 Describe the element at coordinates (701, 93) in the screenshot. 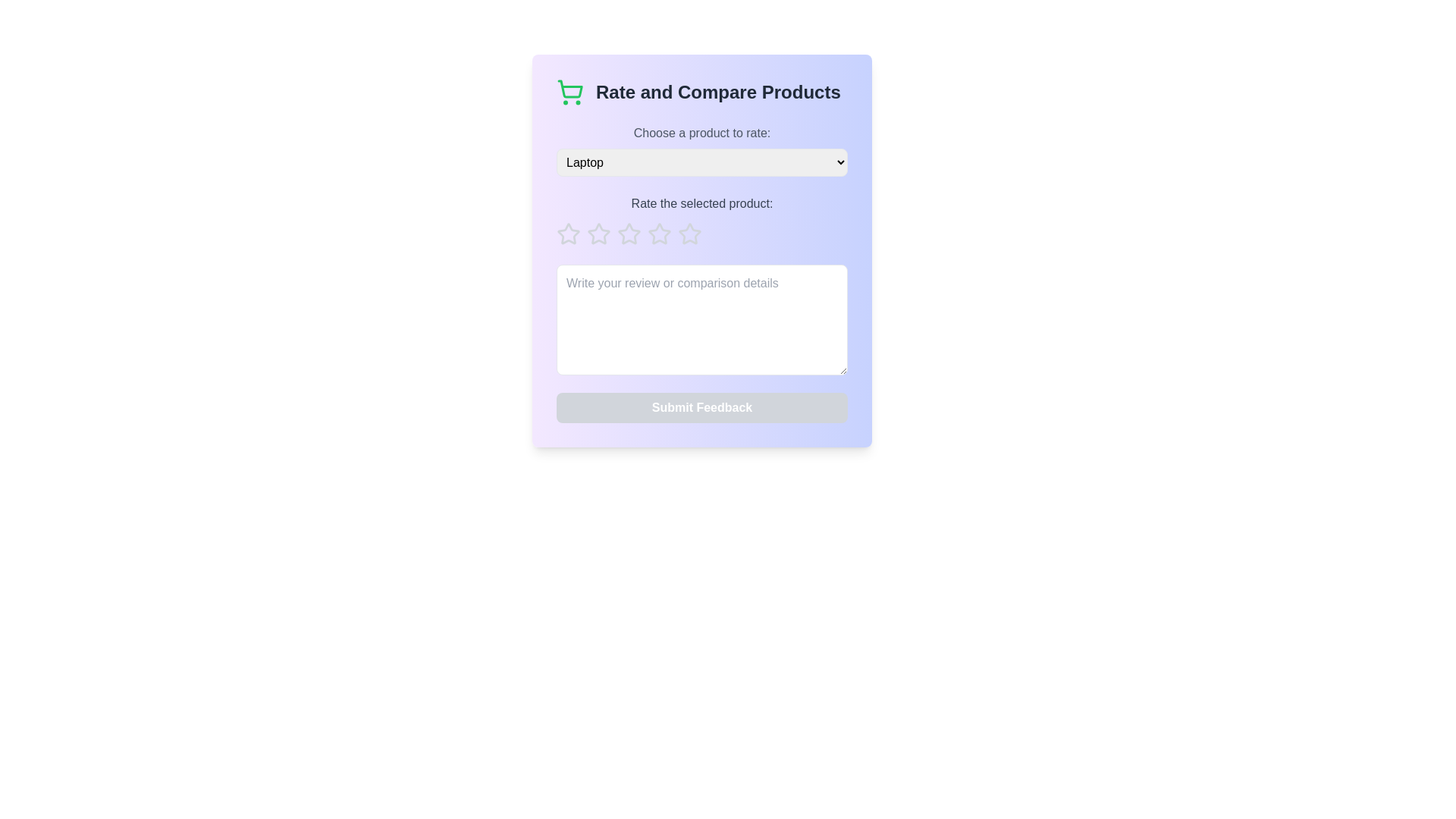

I see `the Header with an Icon that serves as a title and visual indicator for rating and comparing products, located at the top of its card-like section` at that location.